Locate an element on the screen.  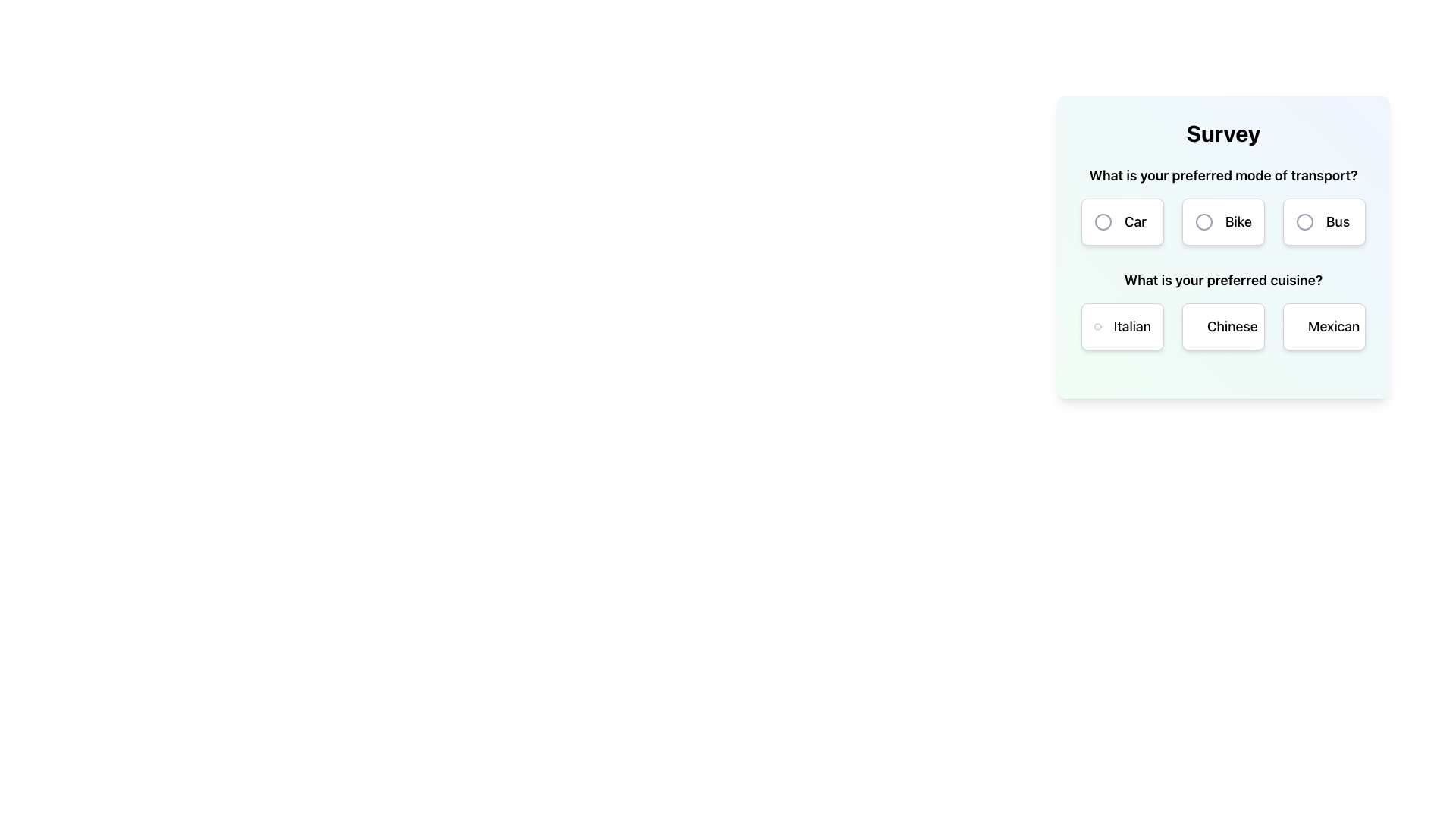
the radio button labeled 'Car' is located at coordinates (1122, 222).